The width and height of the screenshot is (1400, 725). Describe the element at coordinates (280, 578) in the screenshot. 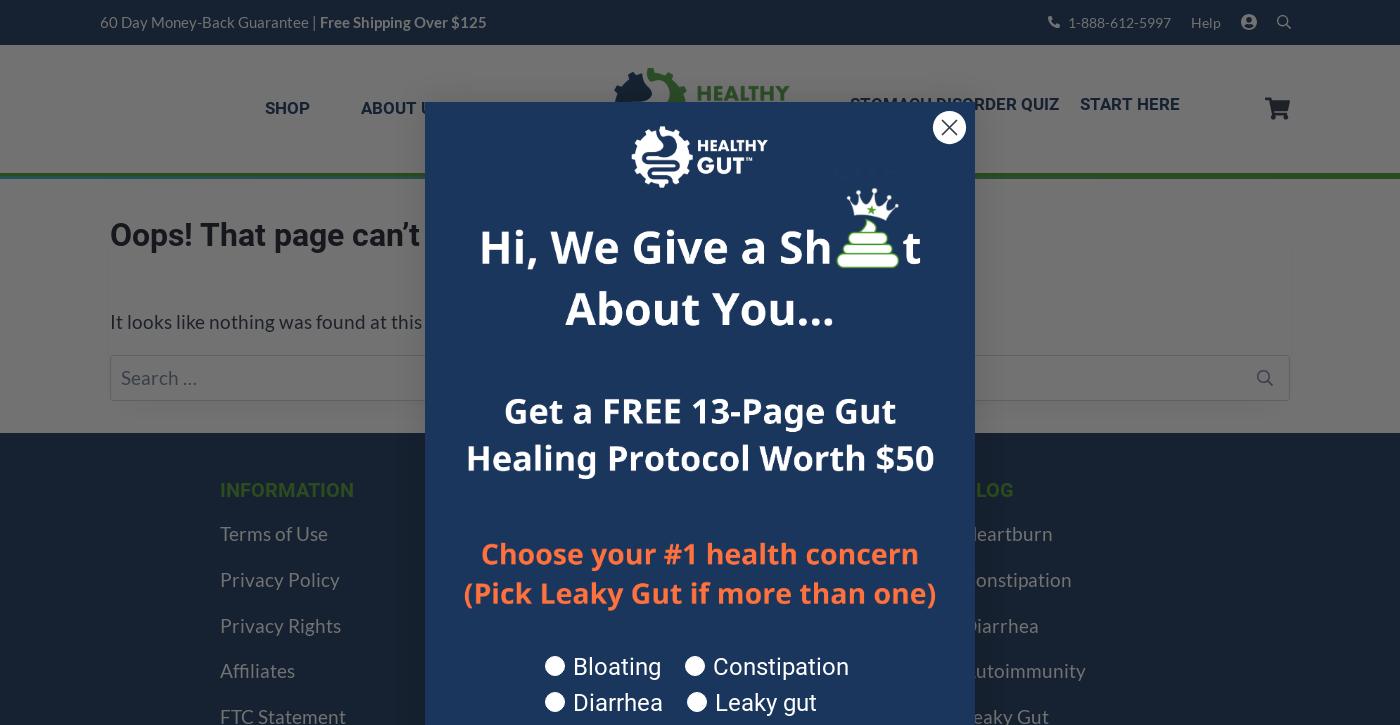

I see `'Privacy Policy'` at that location.